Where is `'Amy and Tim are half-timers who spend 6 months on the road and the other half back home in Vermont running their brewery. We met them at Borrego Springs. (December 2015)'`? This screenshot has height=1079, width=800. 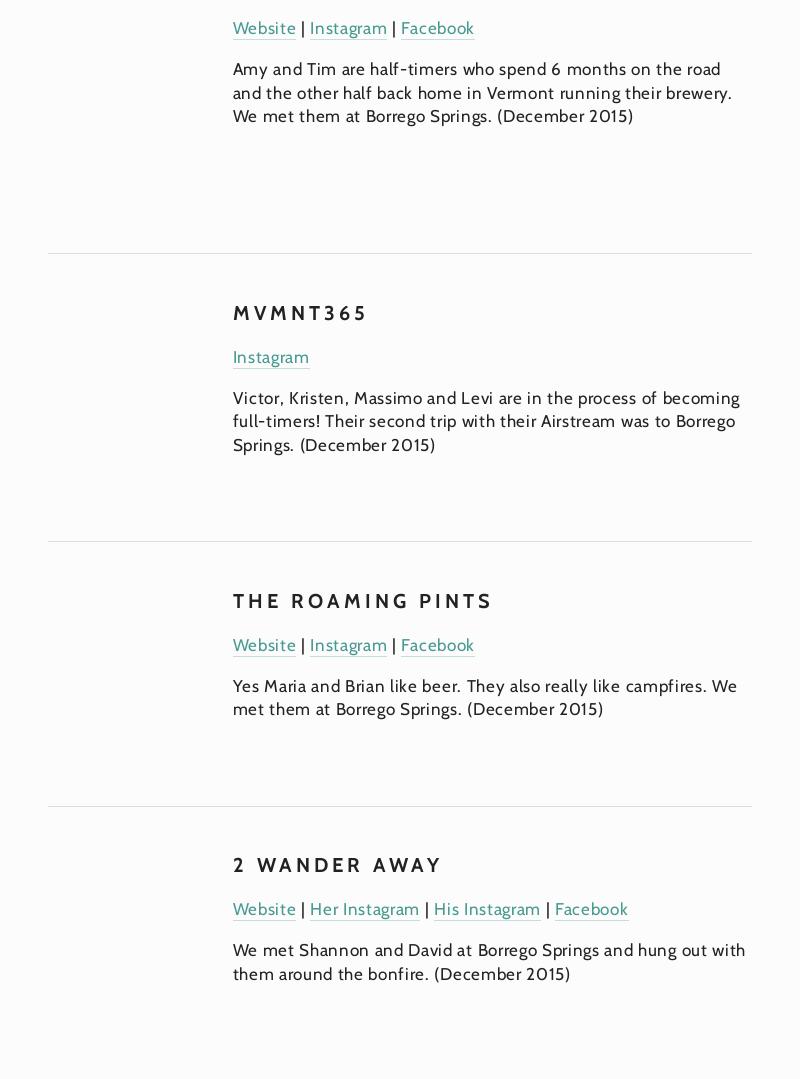
'Amy and Tim are half-timers who spend 6 months on the road and the other half back home in Vermont running their brewery. We met them at Borrego Springs. (December 2015)' is located at coordinates (484, 92).